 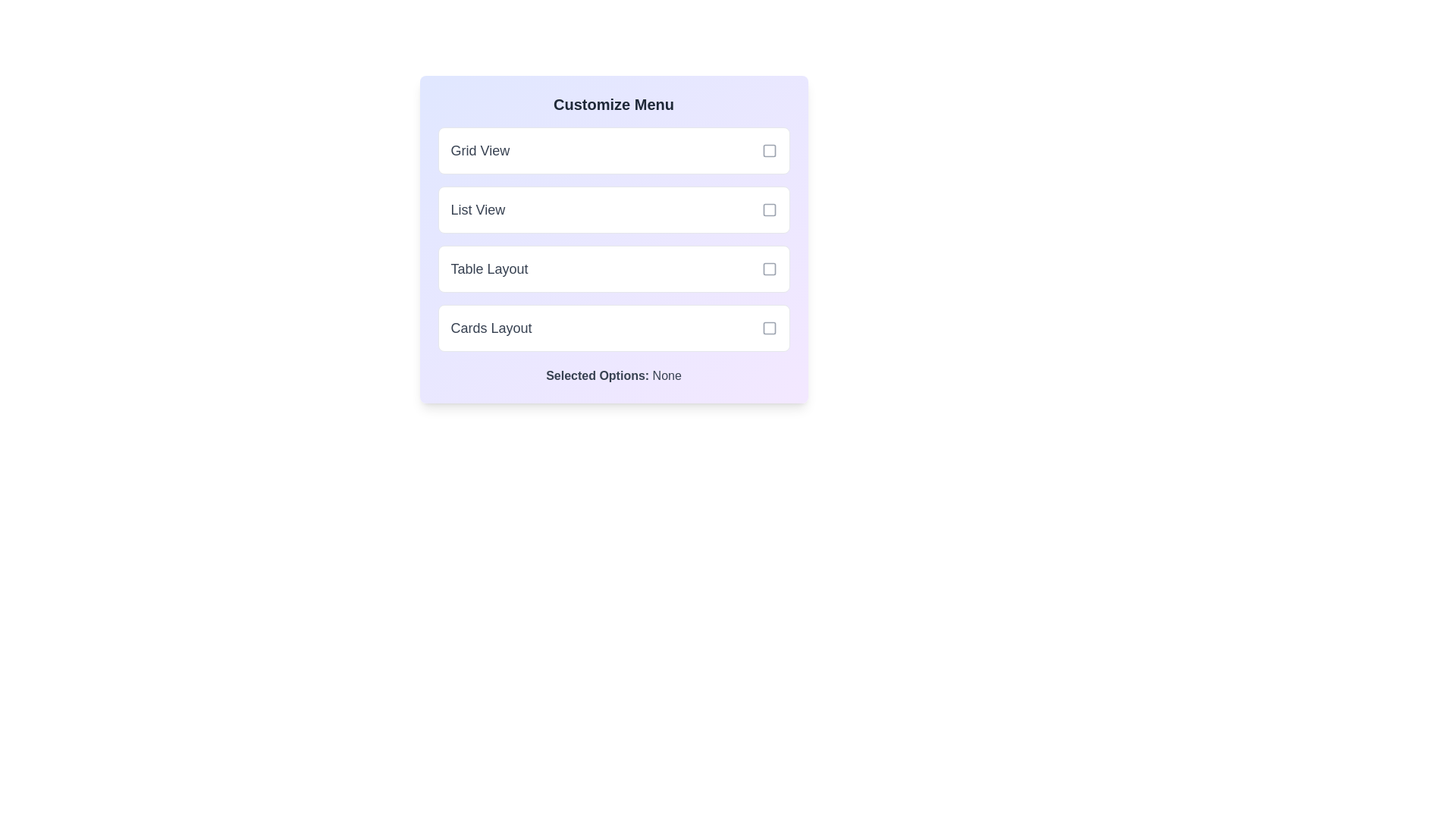 What do you see at coordinates (613, 327) in the screenshot?
I see `the fourth selectable option in the 'Customize Menu'` at bounding box center [613, 327].